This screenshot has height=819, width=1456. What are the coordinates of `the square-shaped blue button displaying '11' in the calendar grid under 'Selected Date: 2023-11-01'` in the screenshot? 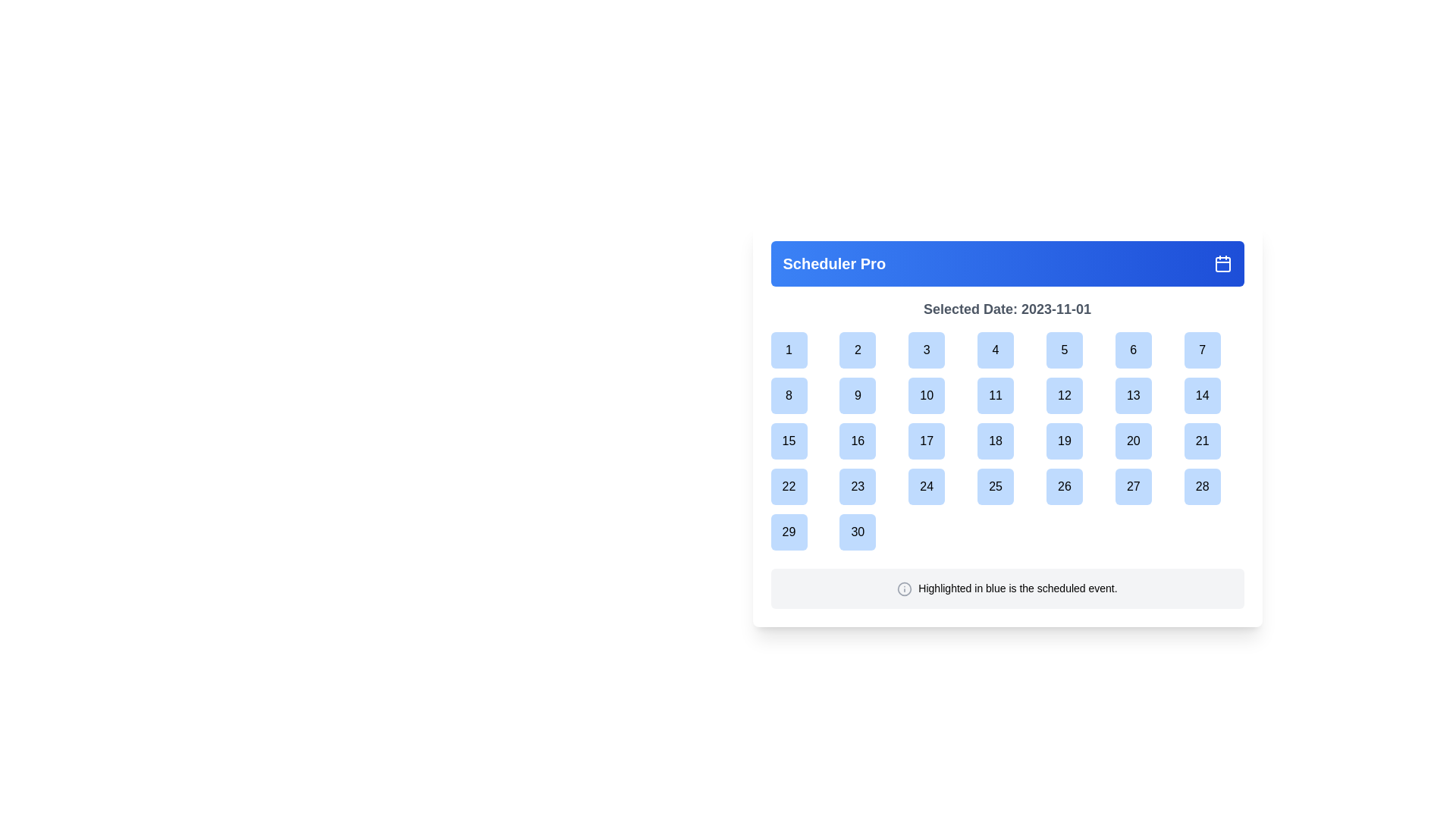 It's located at (996, 394).